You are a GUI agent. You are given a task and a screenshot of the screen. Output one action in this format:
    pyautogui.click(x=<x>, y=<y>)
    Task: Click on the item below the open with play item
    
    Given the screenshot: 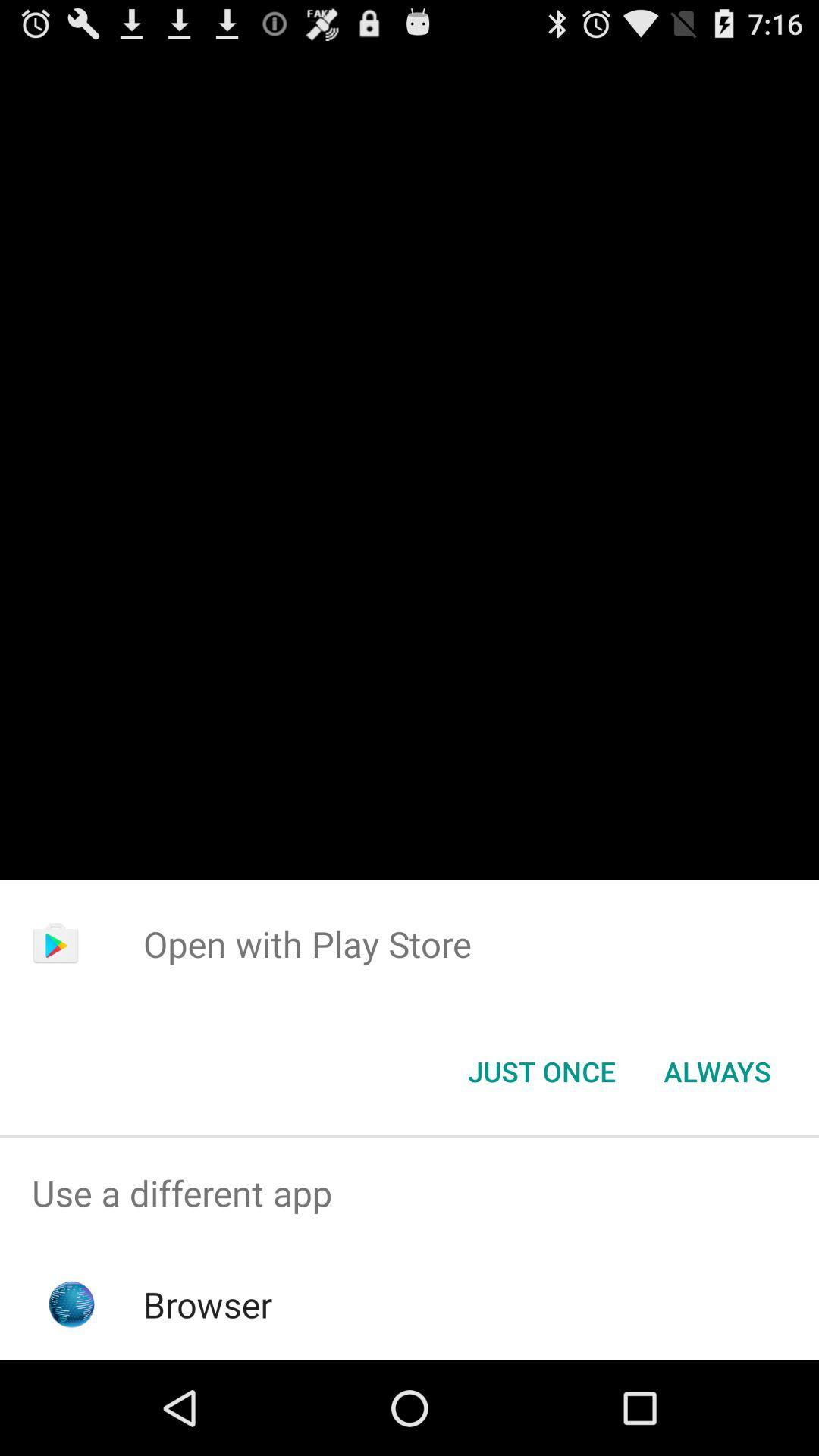 What is the action you would take?
    pyautogui.click(x=717, y=1070)
    